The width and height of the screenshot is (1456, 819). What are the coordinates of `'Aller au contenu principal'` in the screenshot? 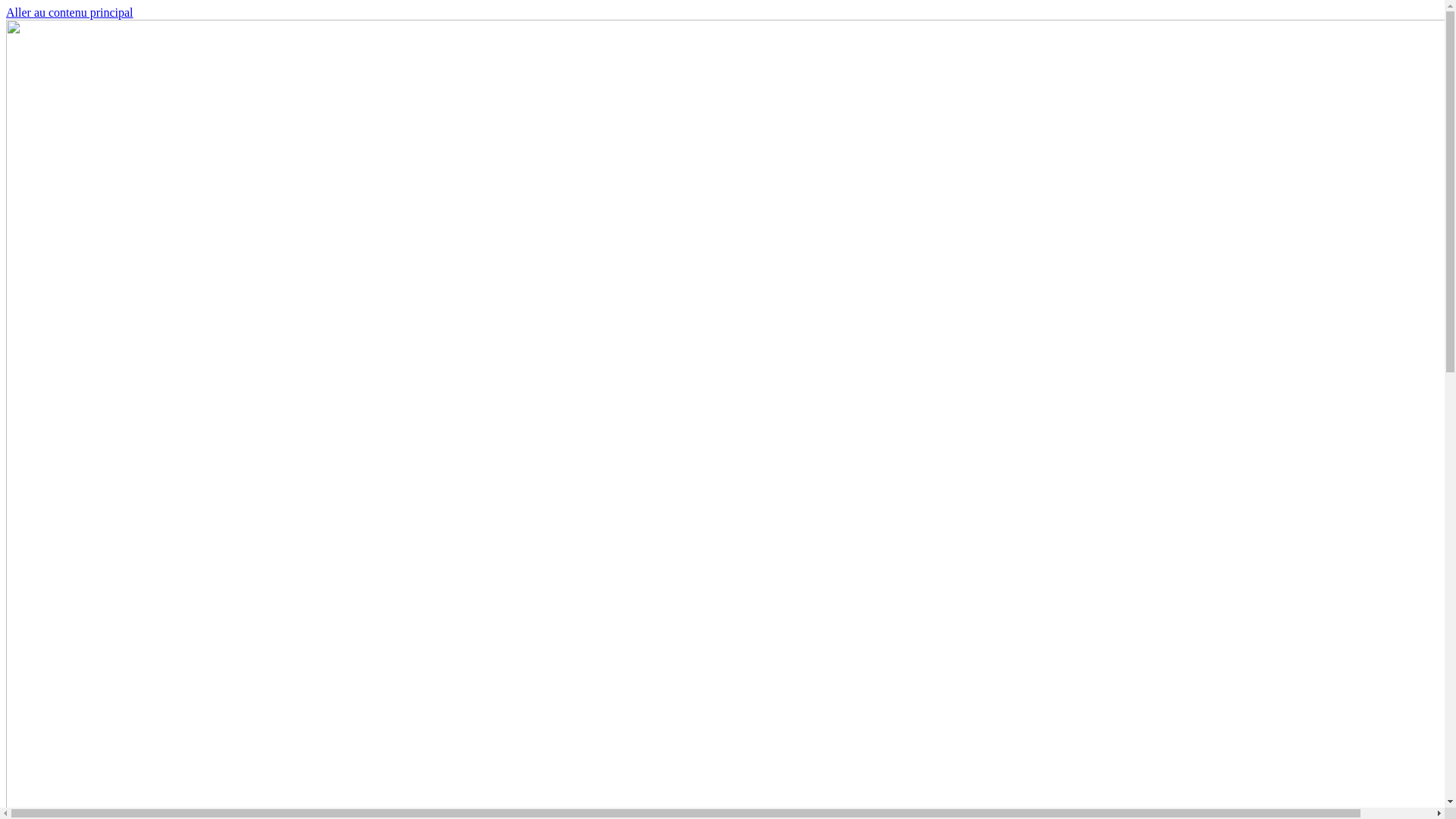 It's located at (68, 12).